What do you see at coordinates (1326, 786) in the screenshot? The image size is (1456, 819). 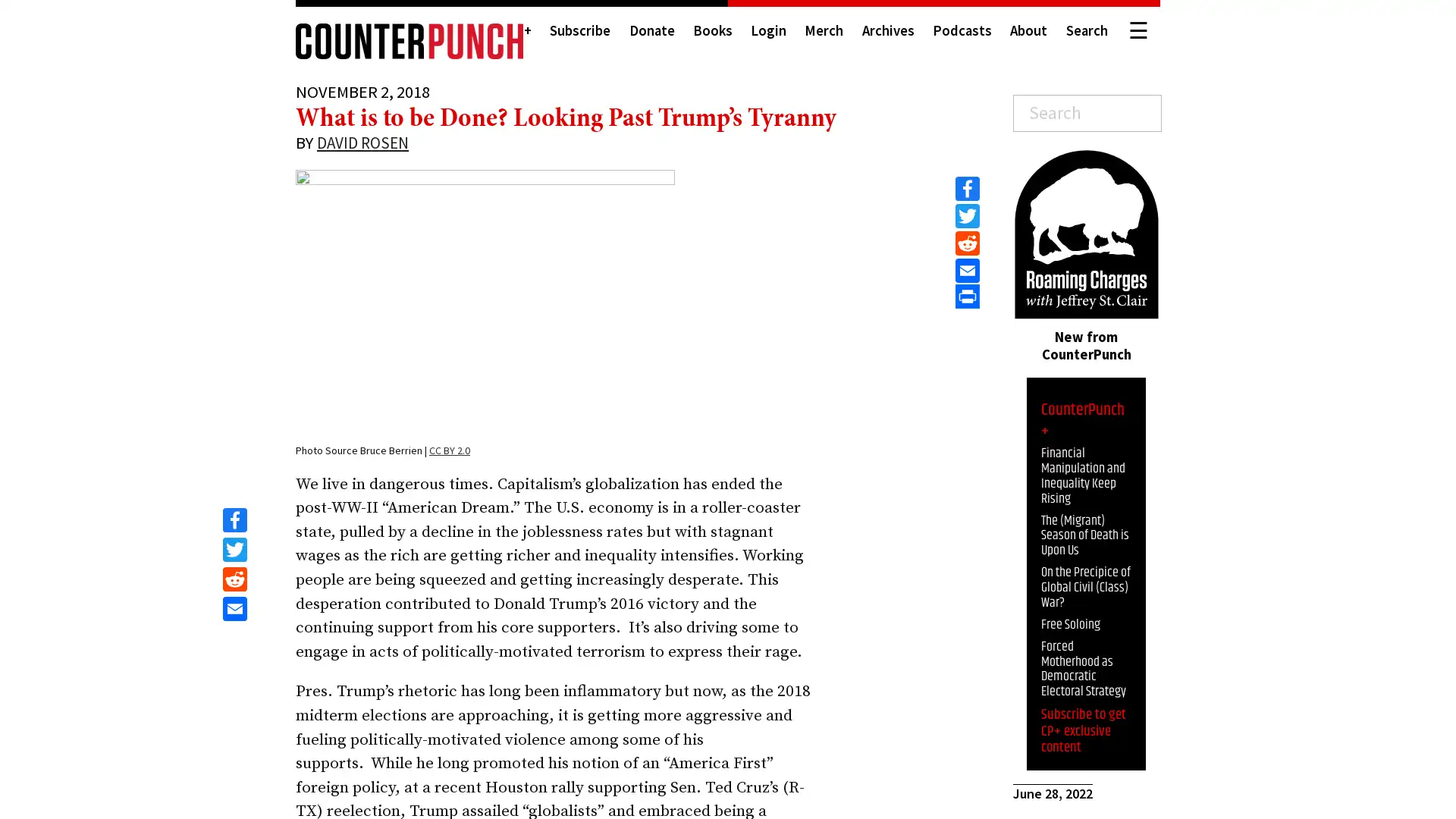 I see `Sign Up` at bounding box center [1326, 786].